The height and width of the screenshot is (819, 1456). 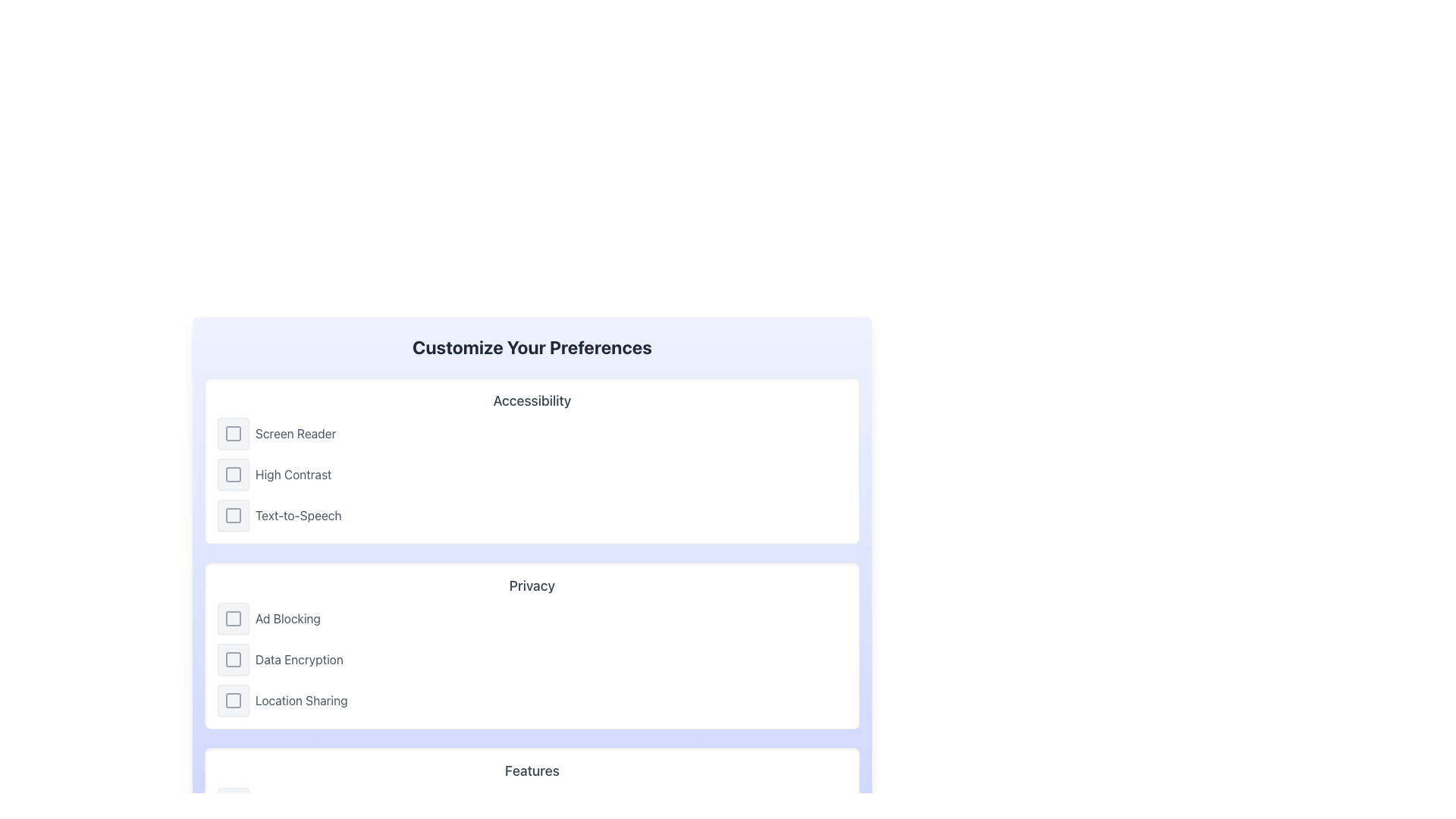 What do you see at coordinates (232, 473) in the screenshot?
I see `the checkbox located to the left of the 'High Contrast' text in the Accessibility section` at bounding box center [232, 473].